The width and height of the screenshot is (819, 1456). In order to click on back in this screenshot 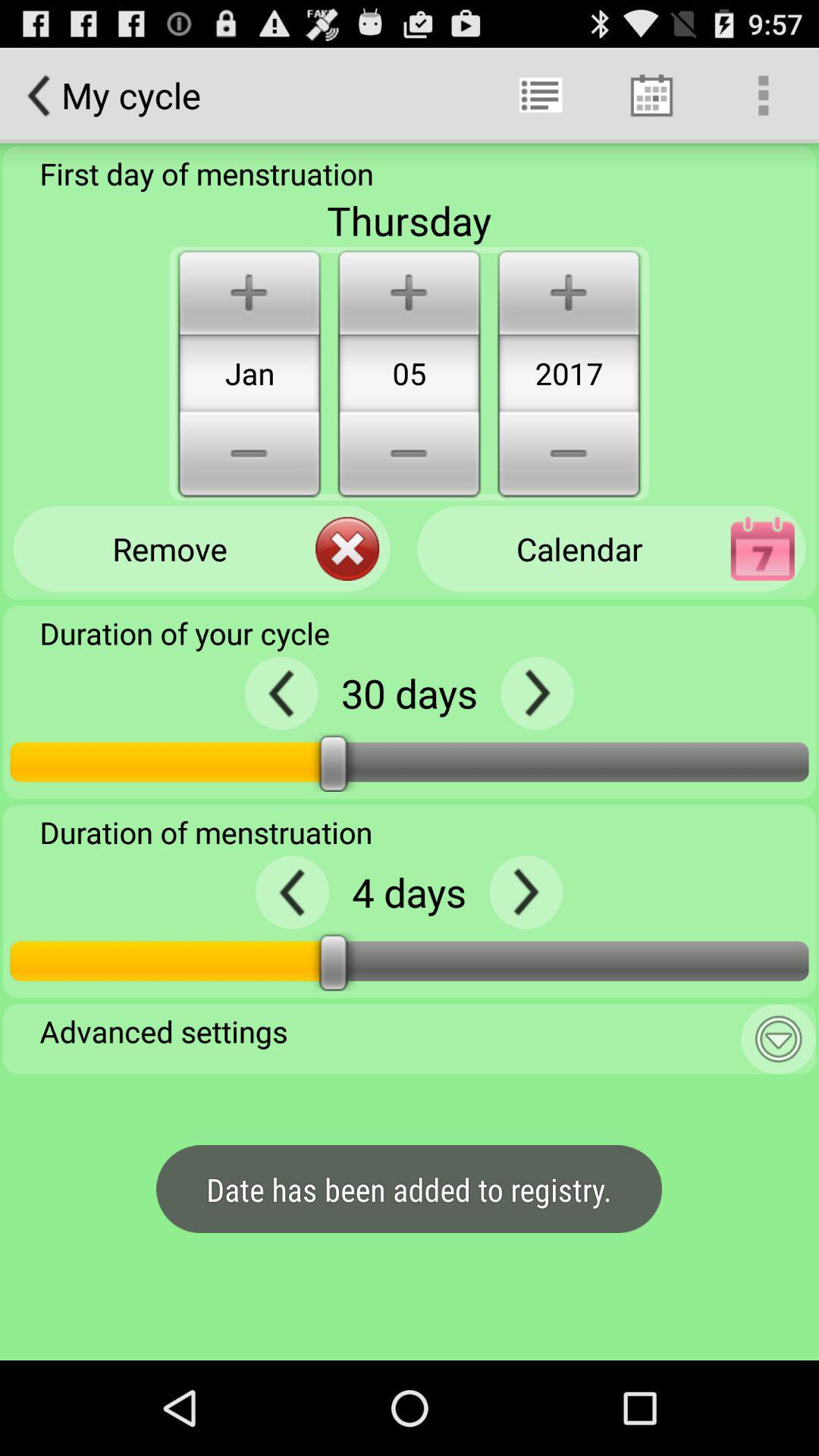, I will do `click(292, 892)`.